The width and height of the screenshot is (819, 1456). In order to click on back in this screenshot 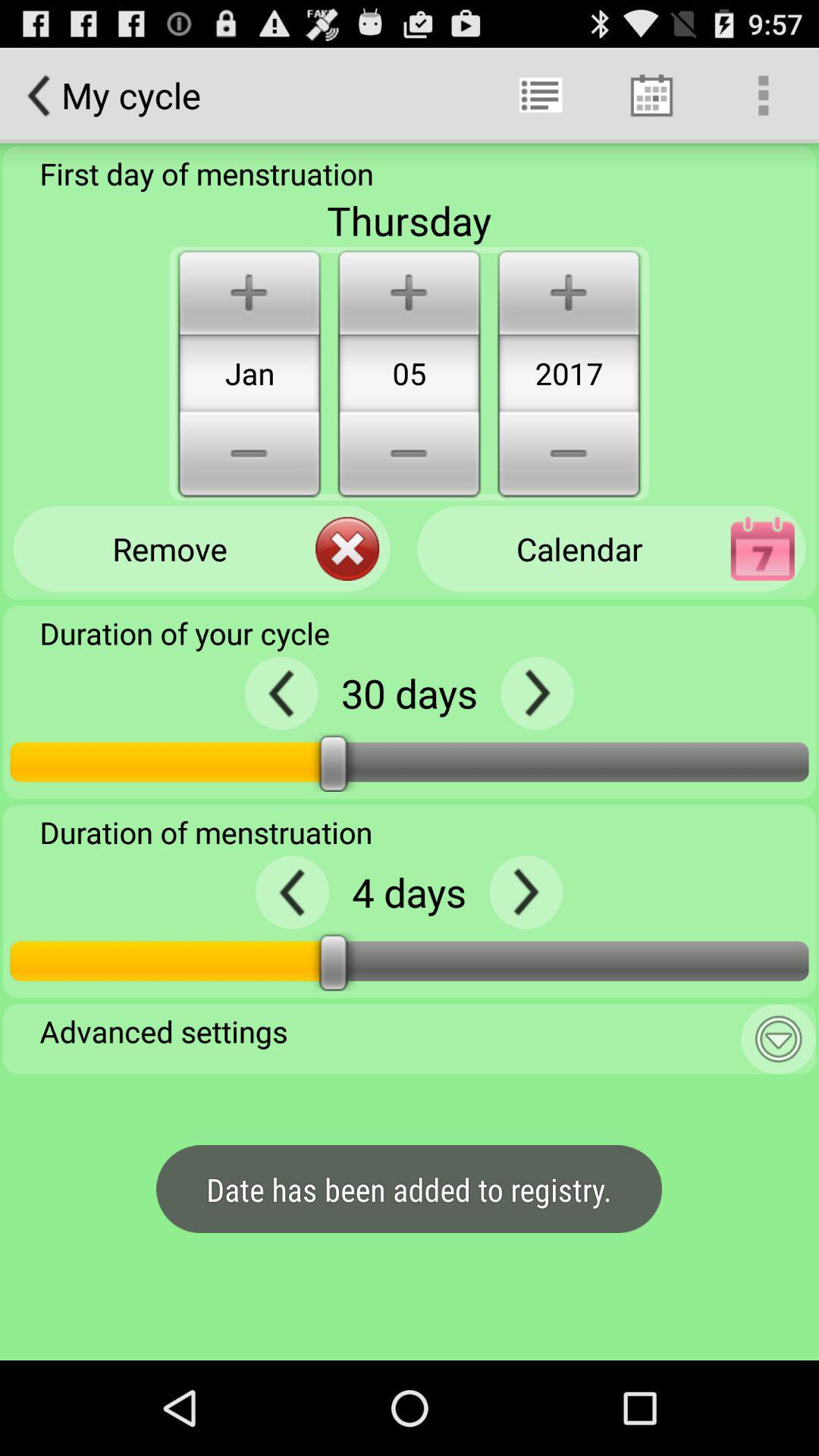, I will do `click(292, 892)`.